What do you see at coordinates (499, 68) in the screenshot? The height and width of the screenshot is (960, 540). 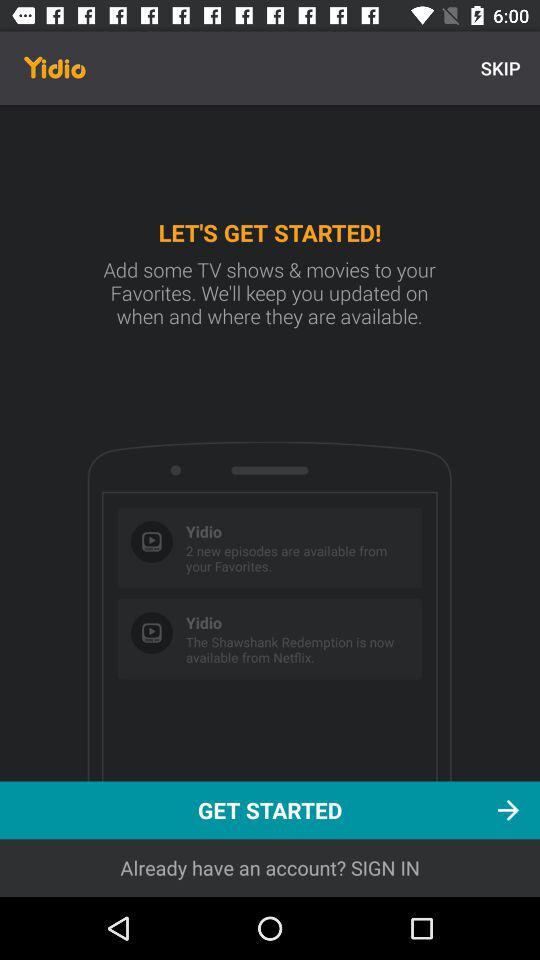 I see `the skip at the top right corner` at bounding box center [499, 68].